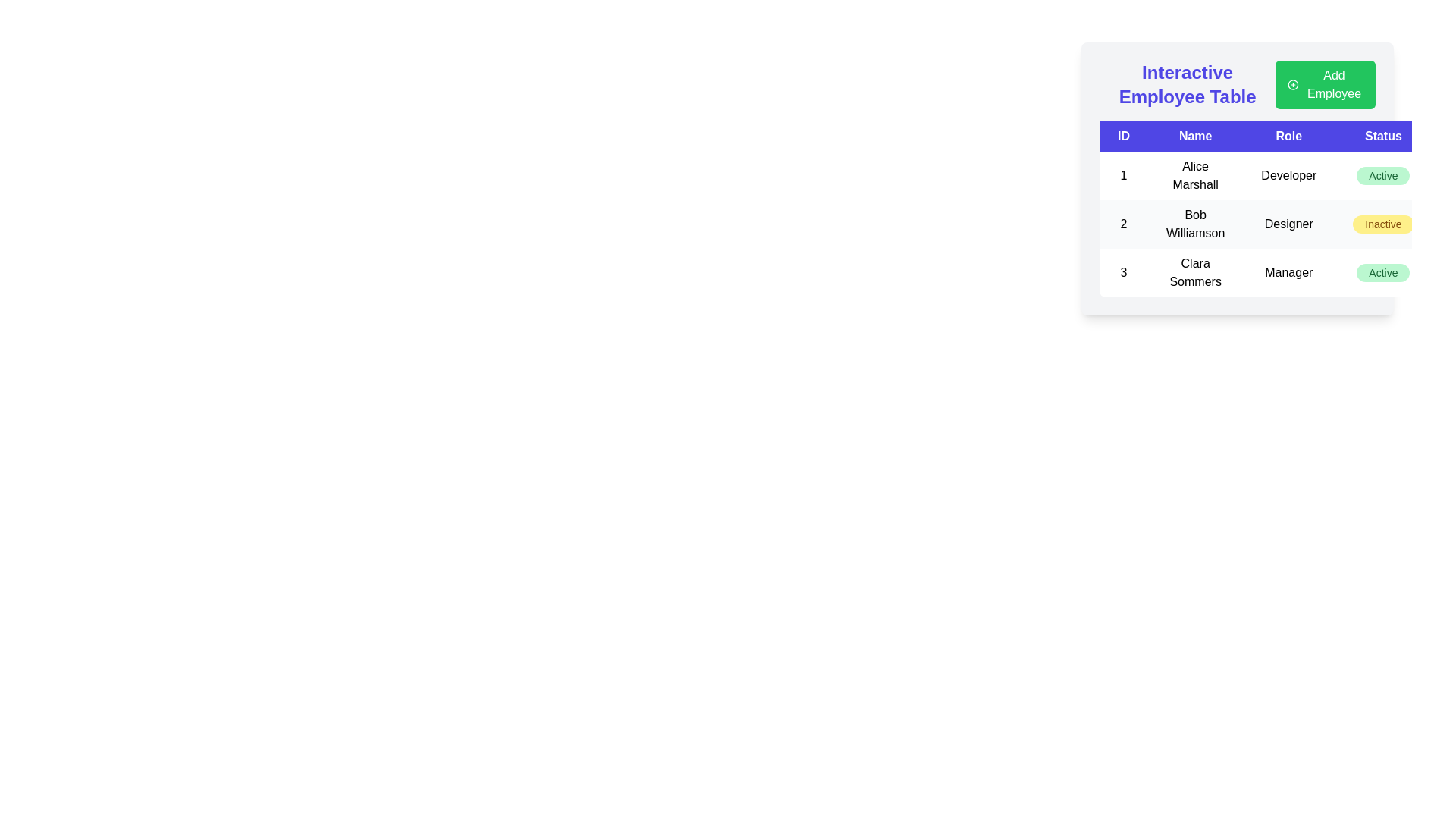 This screenshot has width=1456, height=819. I want to click on the row containing employee details in the Interactive Employee Table, so click(1238, 177).